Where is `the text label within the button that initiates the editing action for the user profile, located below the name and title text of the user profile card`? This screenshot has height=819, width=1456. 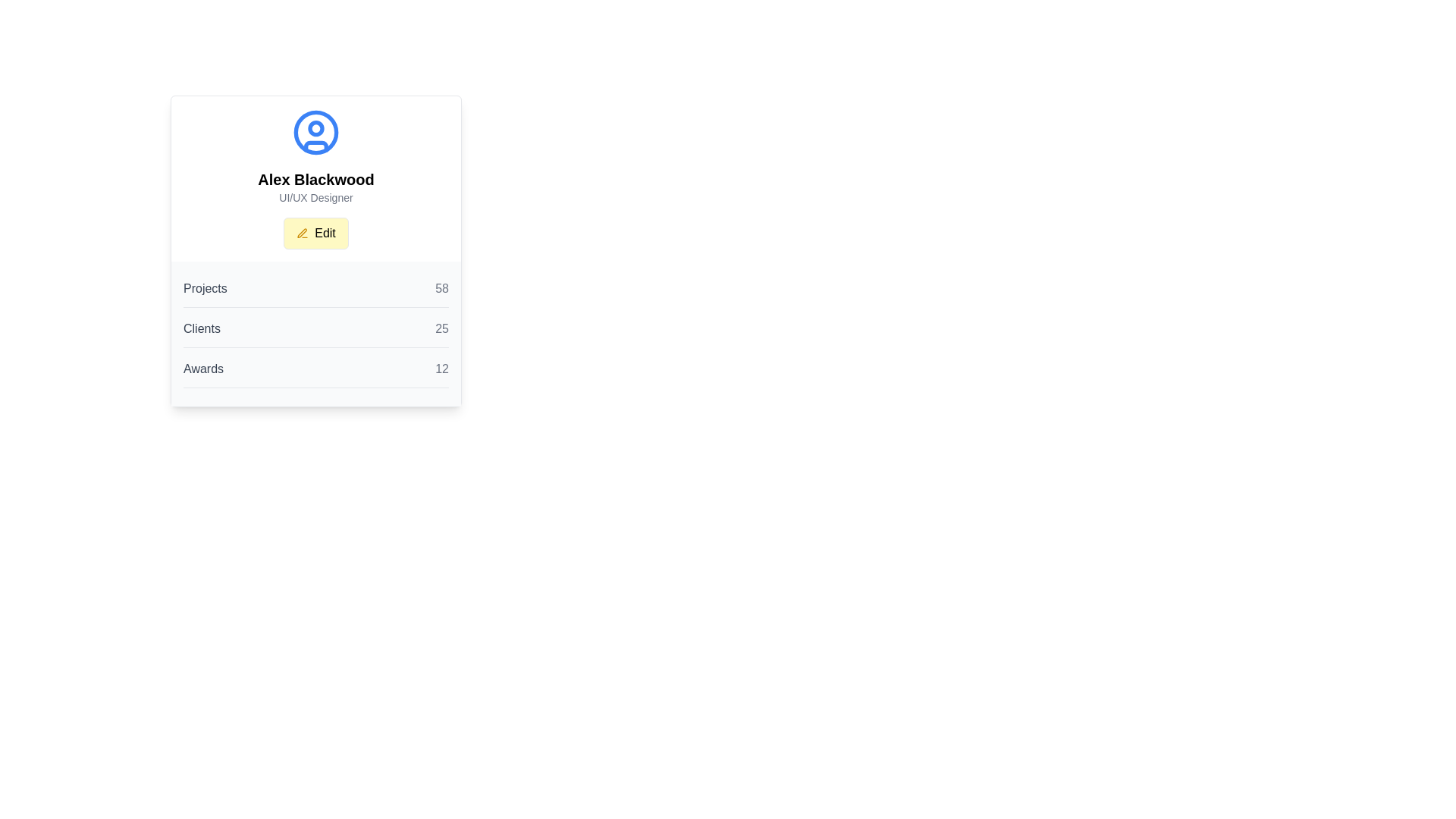
the text label within the button that initiates the editing action for the user profile, located below the name and title text of the user profile card is located at coordinates (324, 234).